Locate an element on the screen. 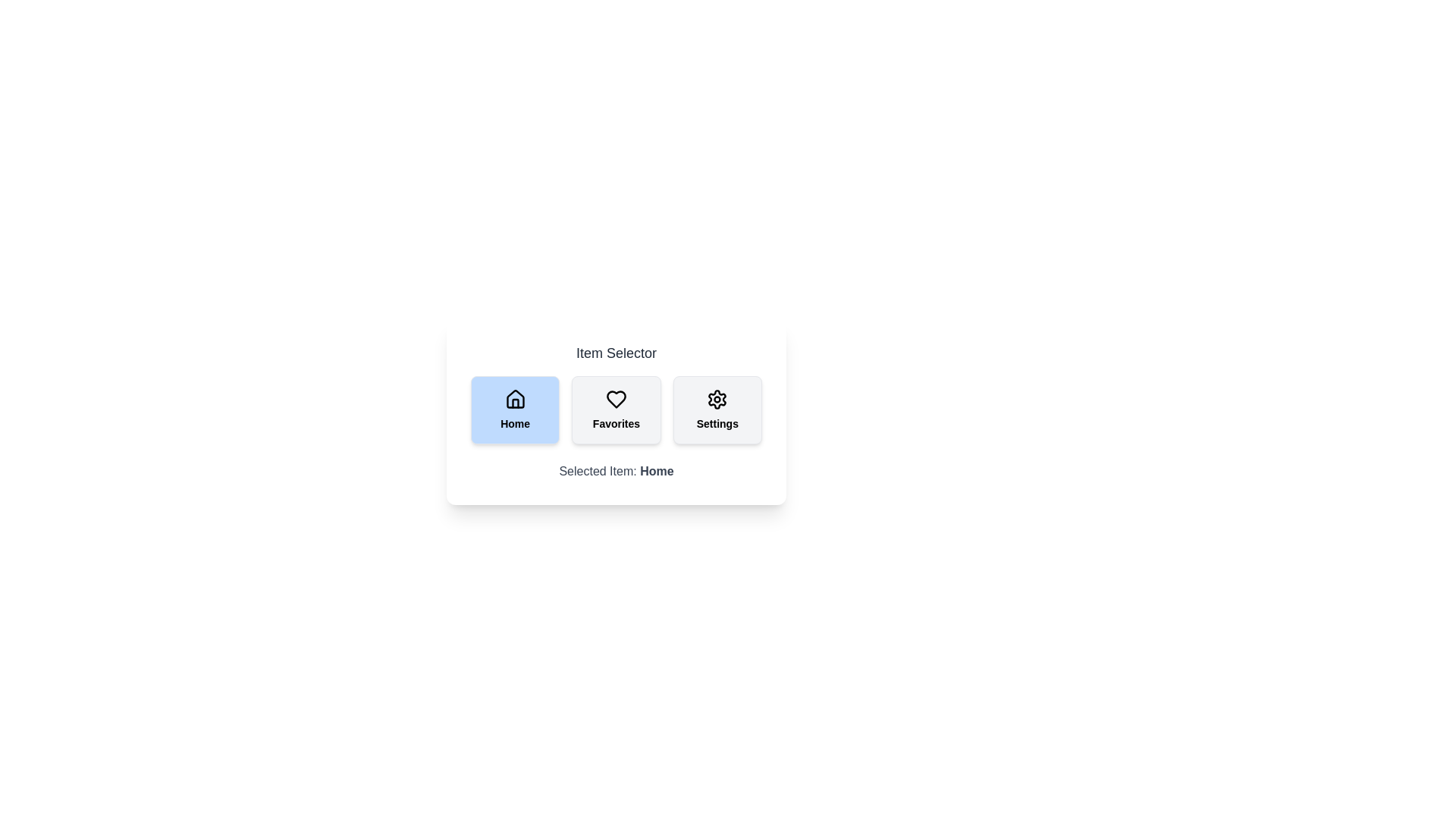 Image resolution: width=1456 pixels, height=819 pixels. the button labeled Home to select it is located at coordinates (515, 409).